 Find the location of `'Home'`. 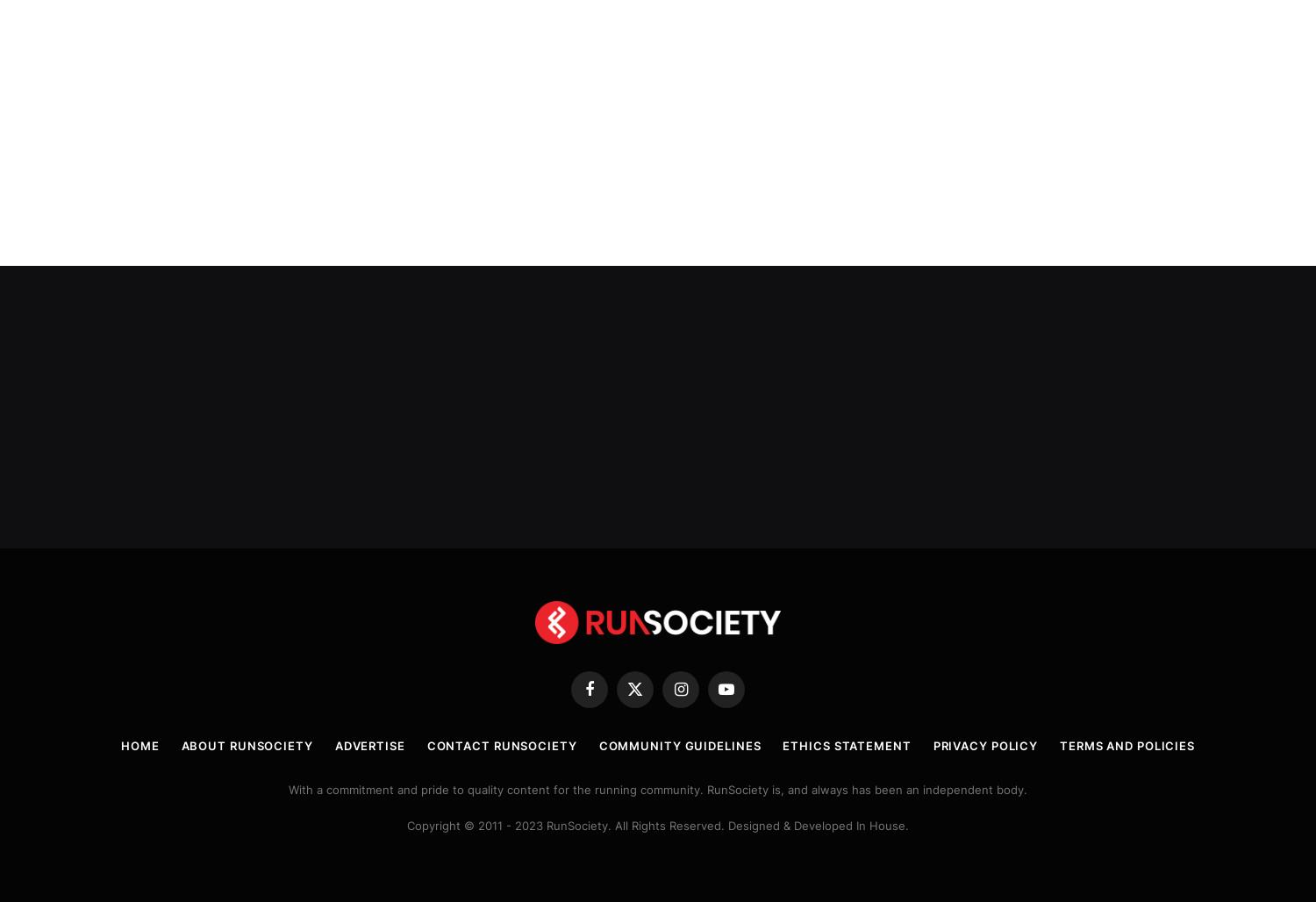

'Home' is located at coordinates (139, 742).